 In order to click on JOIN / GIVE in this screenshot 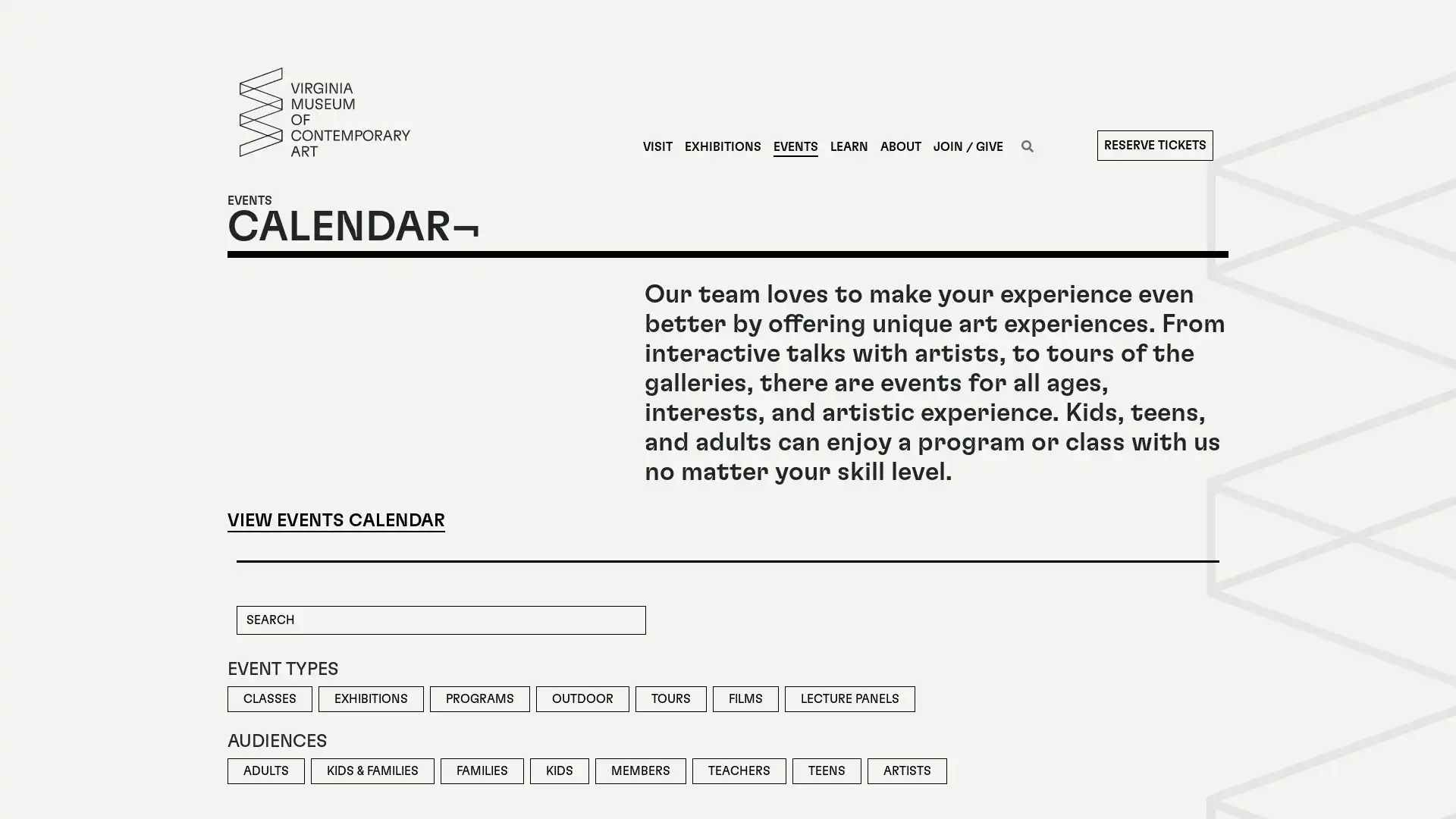, I will do `click(967, 146)`.